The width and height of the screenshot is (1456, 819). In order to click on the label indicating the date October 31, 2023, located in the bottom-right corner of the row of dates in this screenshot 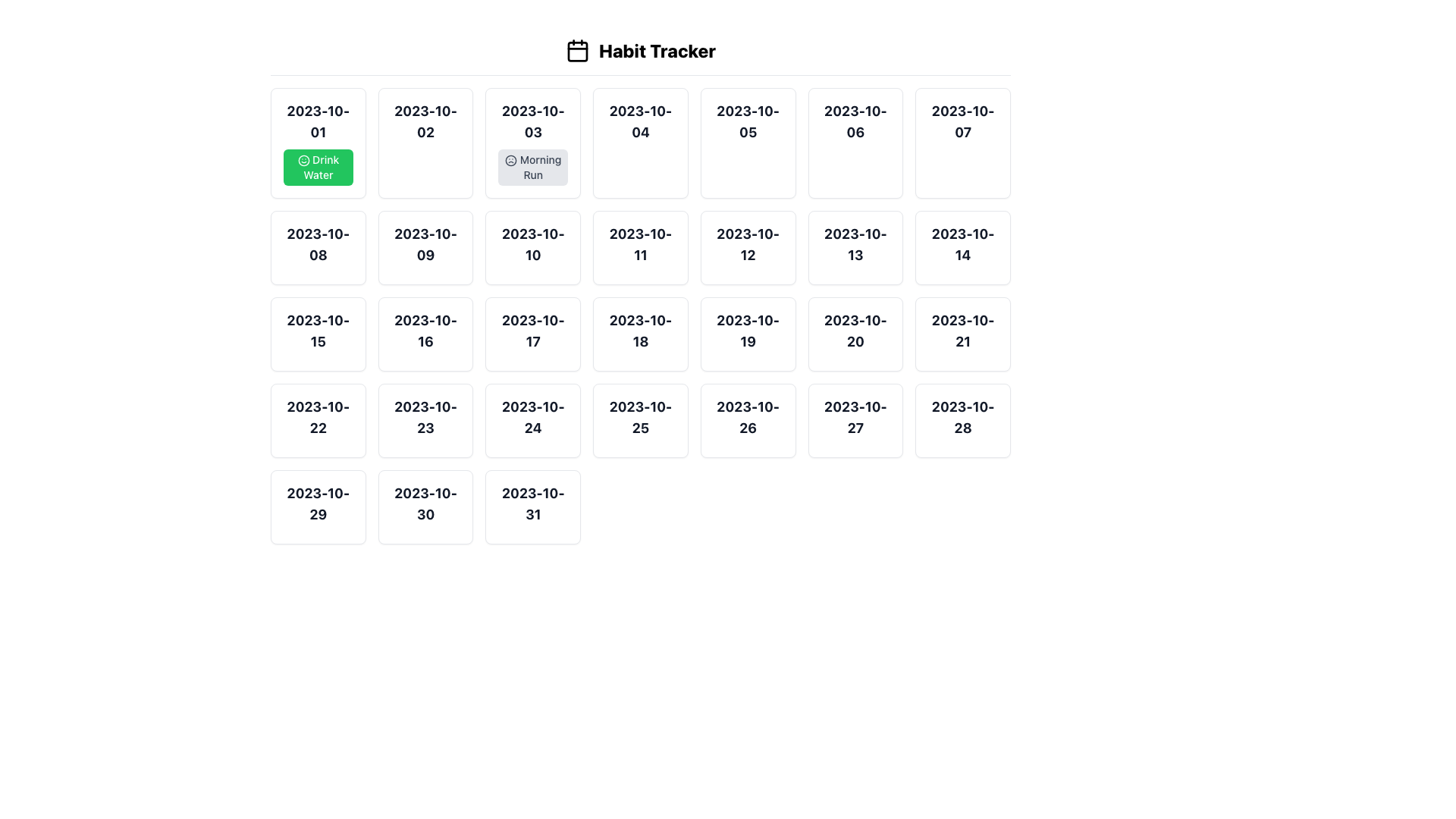, I will do `click(533, 504)`.